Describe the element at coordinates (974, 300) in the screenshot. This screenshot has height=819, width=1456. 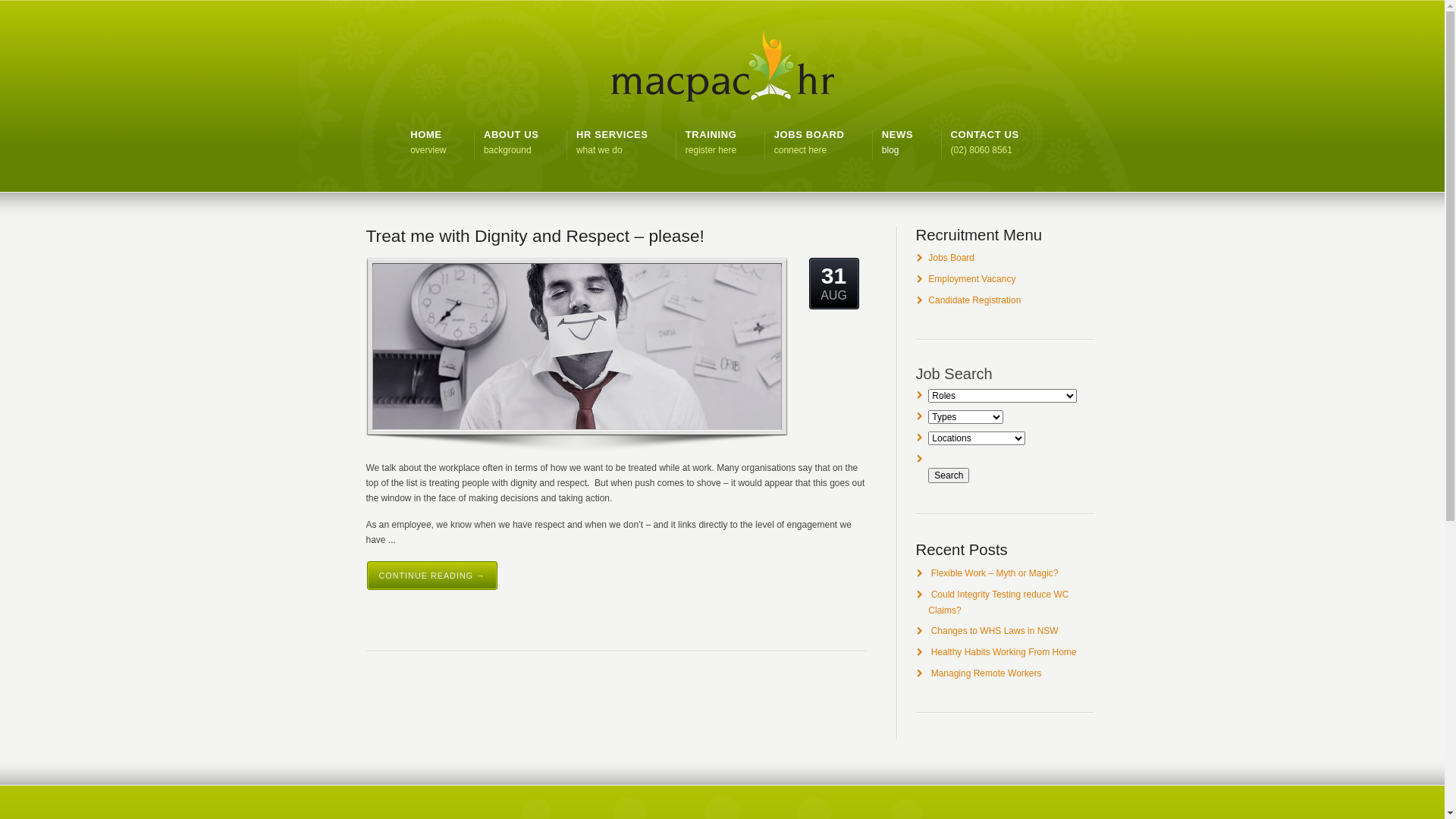
I see `'Candidate Registration'` at that location.